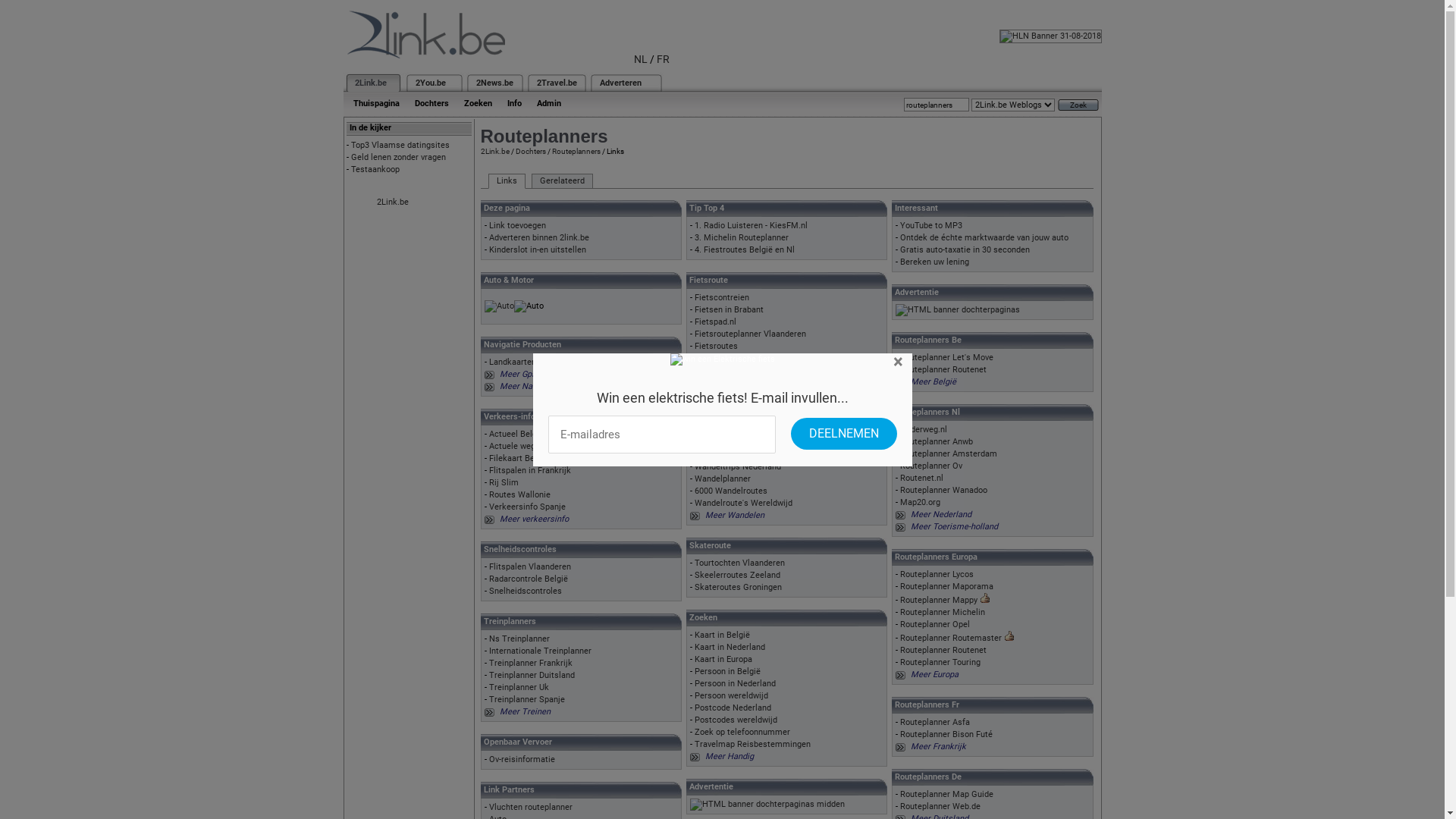 This screenshot has height=819, width=1456. I want to click on 'Admin', so click(548, 102).